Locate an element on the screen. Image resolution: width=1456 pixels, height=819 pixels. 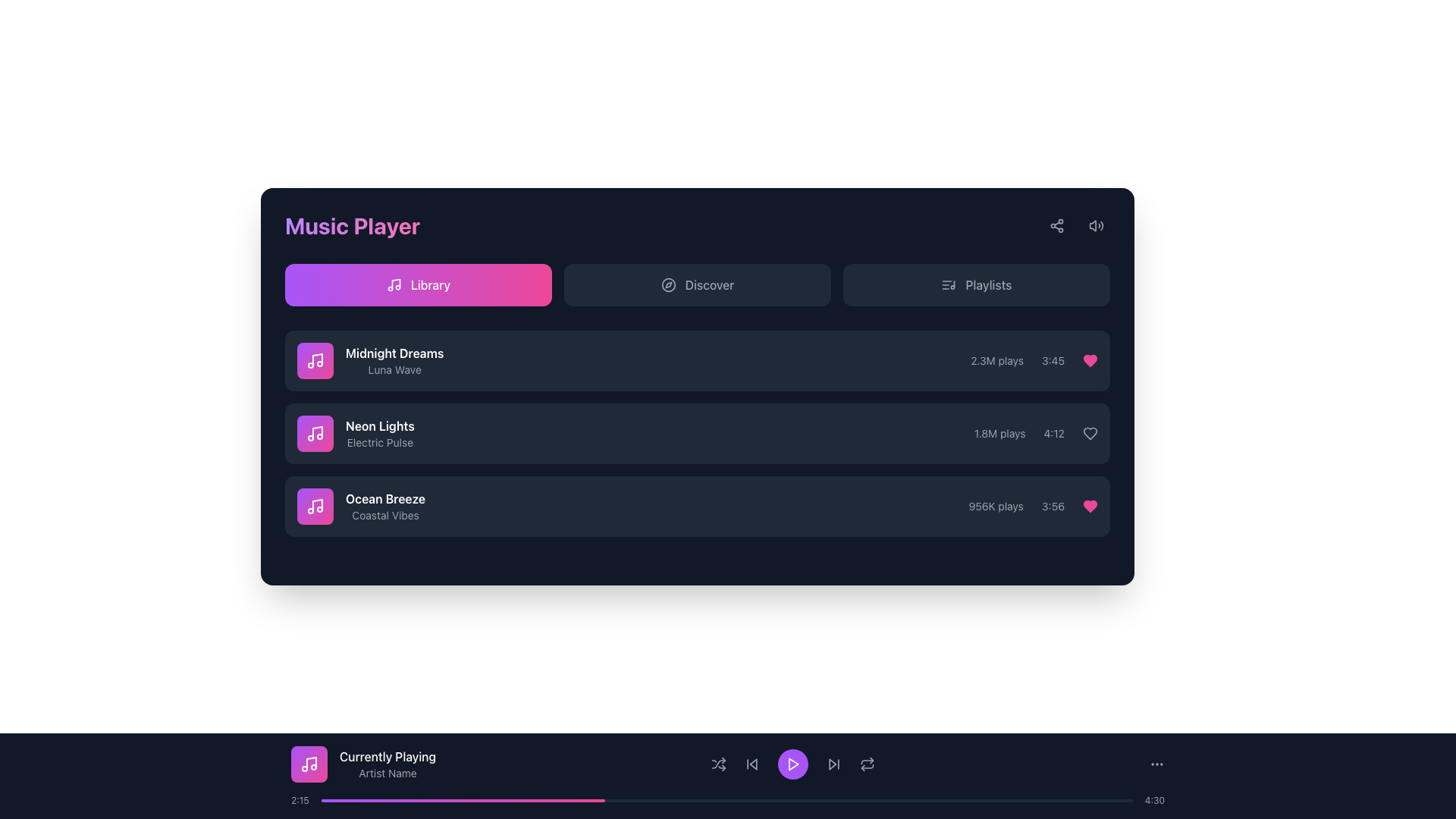
the third music track entry in the Library section of the music player interface is located at coordinates (360, 506).